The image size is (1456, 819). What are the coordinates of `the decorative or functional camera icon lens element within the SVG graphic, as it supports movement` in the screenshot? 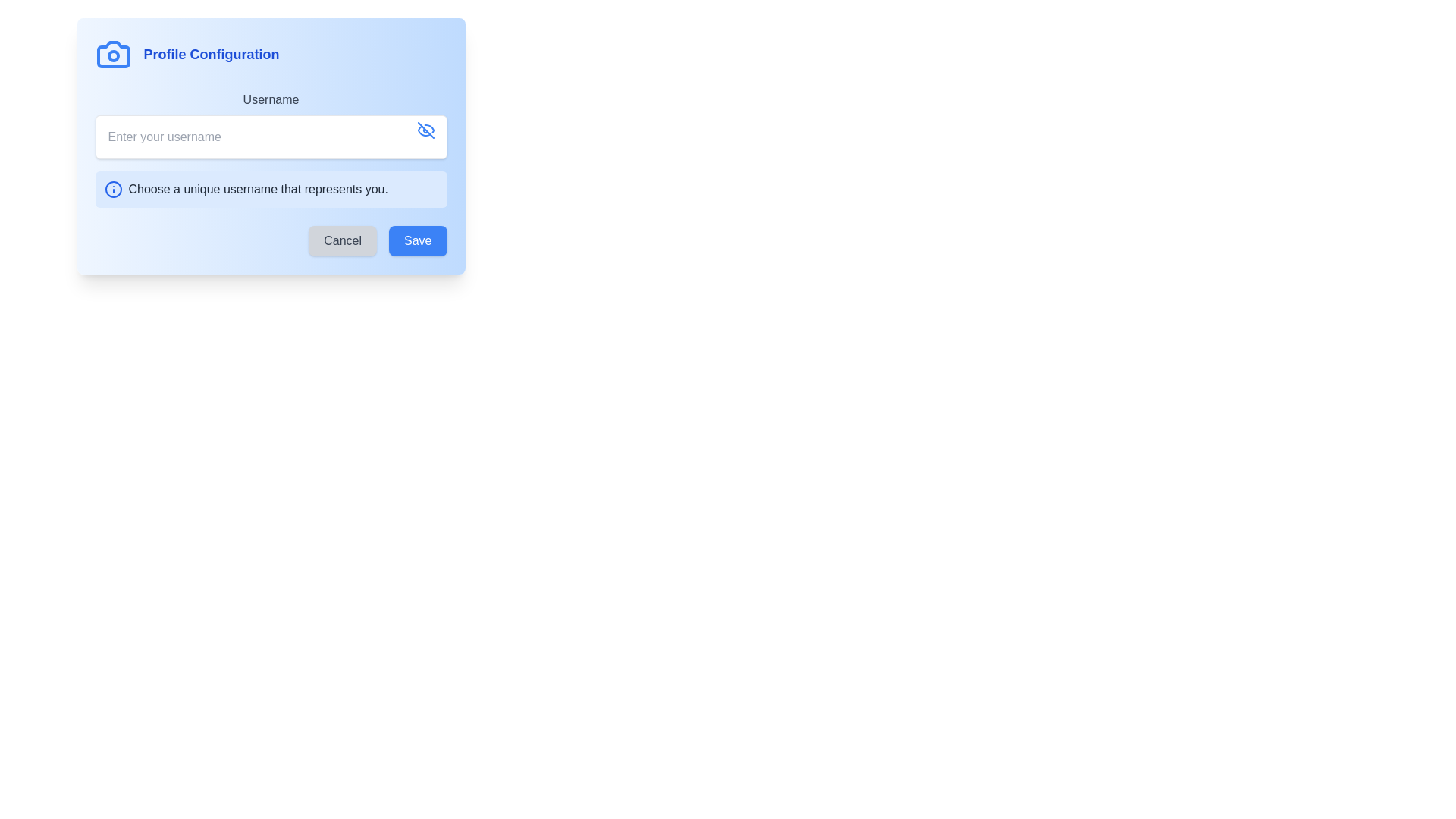 It's located at (112, 54).